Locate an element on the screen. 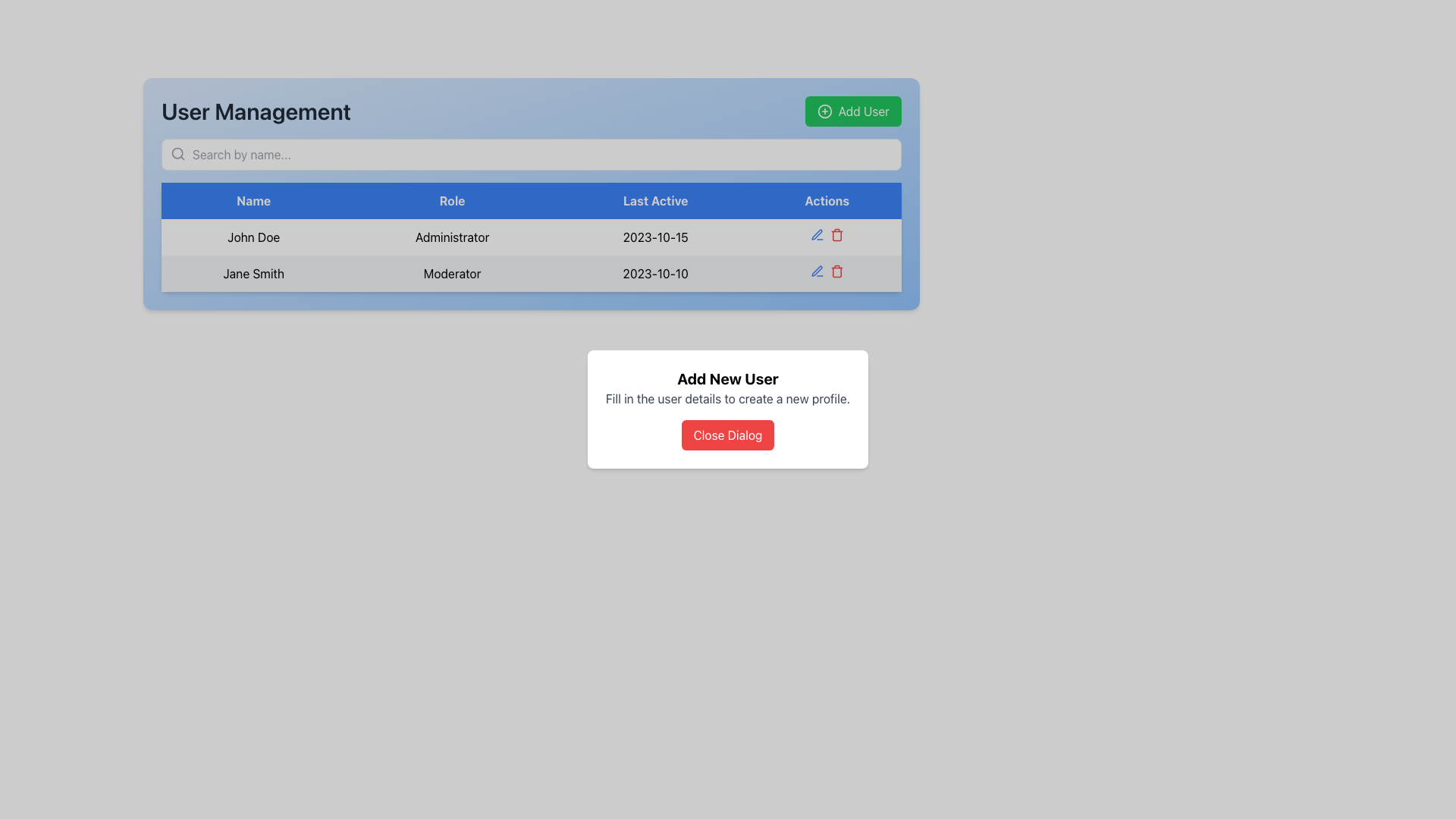 The image size is (1456, 819). the non-interactive text label displaying the last active date for the user Jane Smith in the user management interface, located under the 'Last Active' header is located at coordinates (655, 274).